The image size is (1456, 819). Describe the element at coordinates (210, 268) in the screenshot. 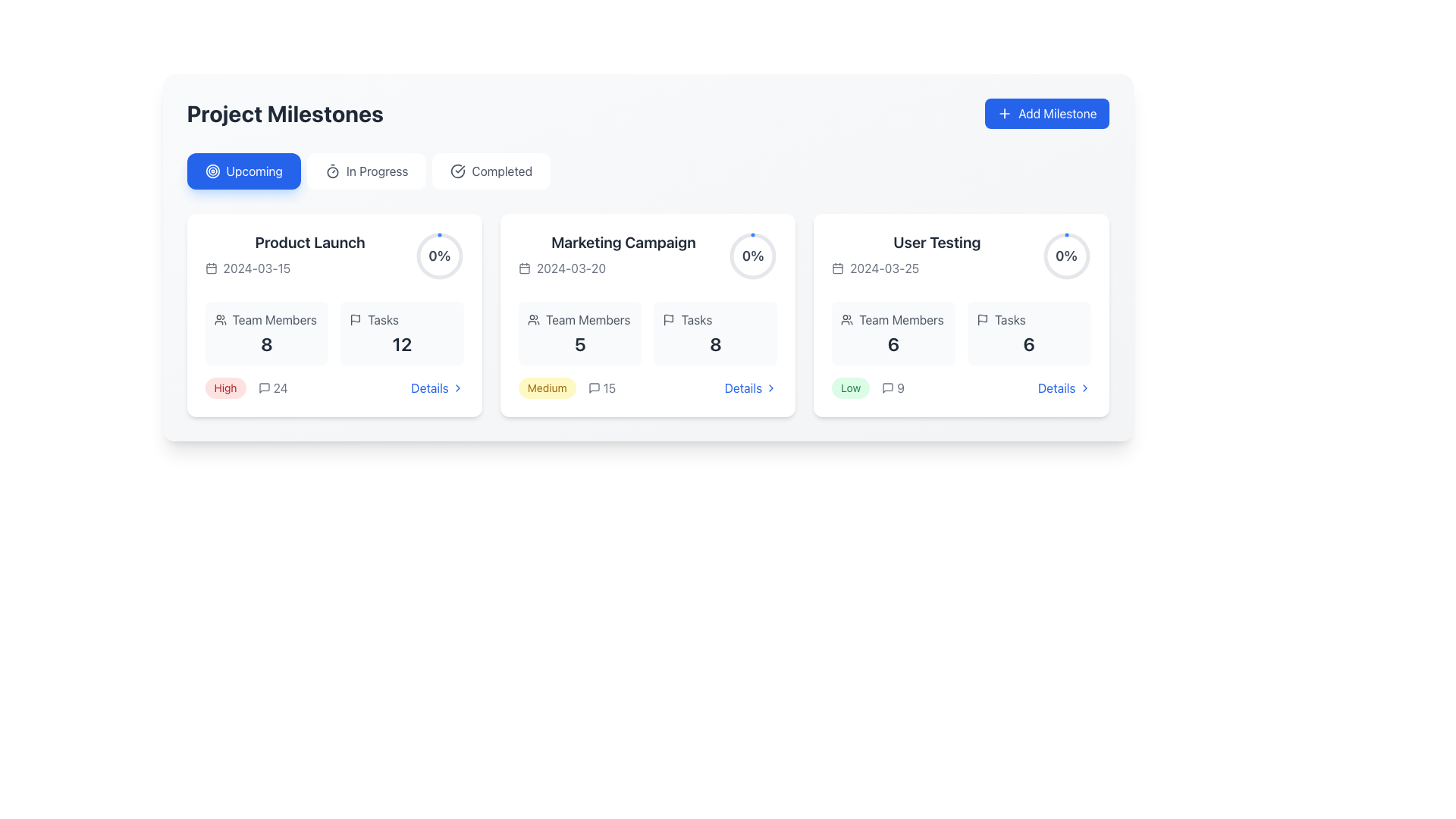

I see `the calendar icon located to the left of the date text '2024-03-15' in the 'Product Launch' section of the 'Project Milestones' interface` at that location.